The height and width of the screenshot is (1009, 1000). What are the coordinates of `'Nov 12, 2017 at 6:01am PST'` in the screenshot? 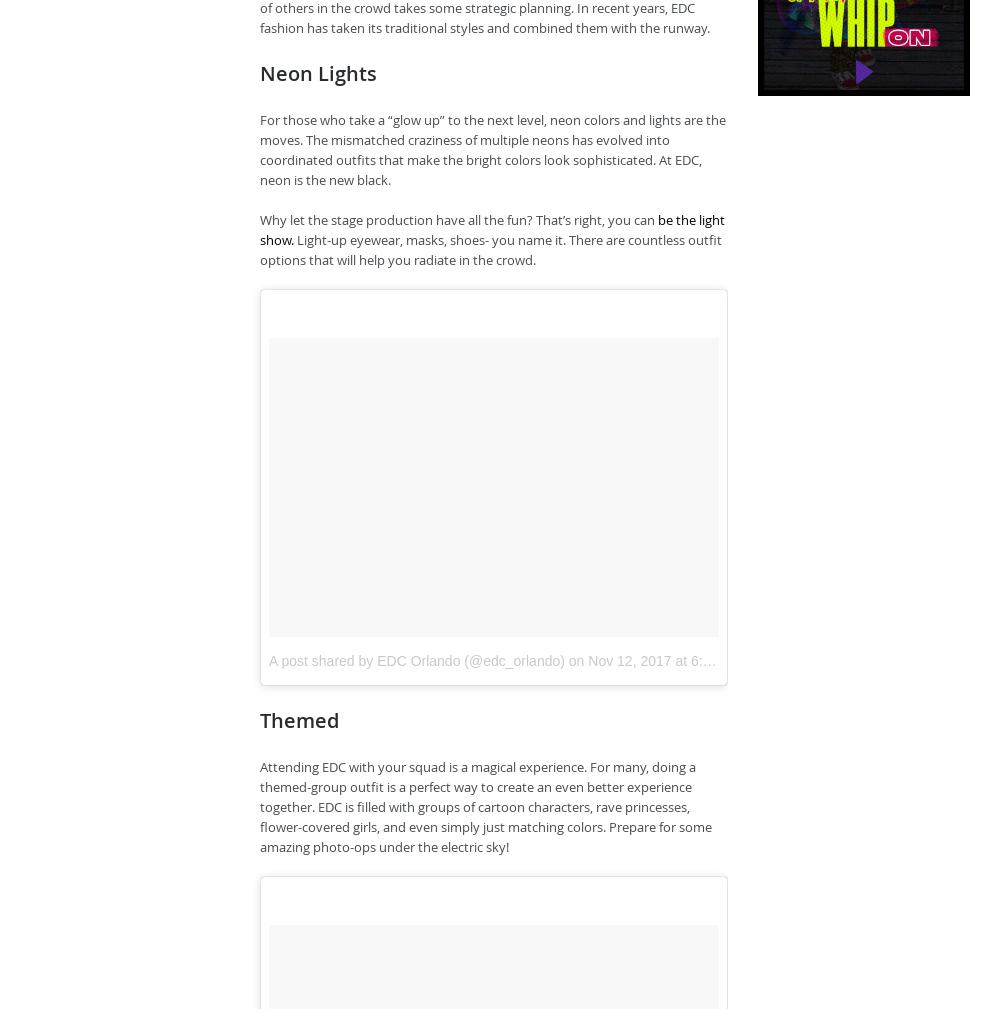 It's located at (678, 659).